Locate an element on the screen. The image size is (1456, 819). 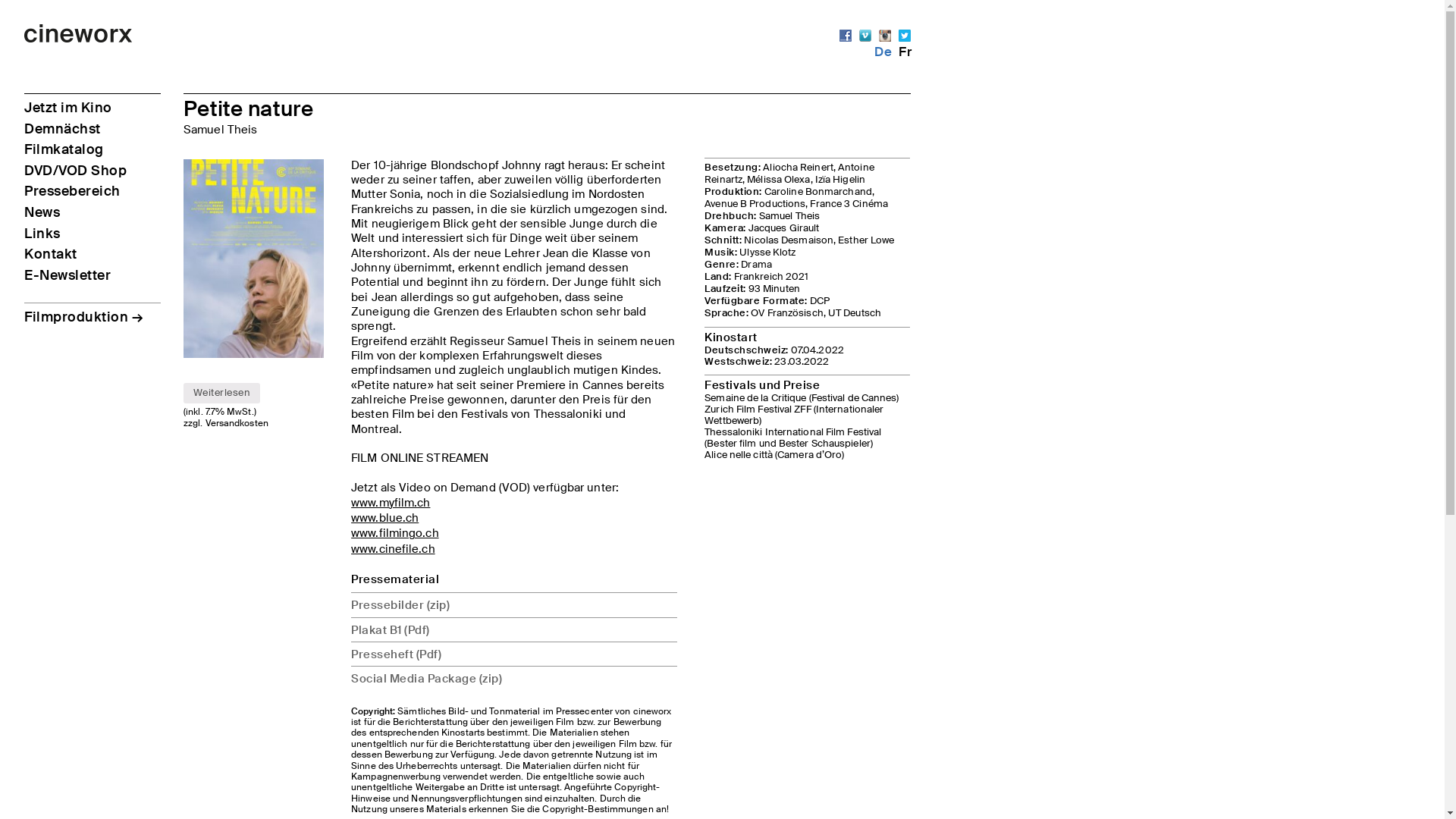
'cineworx' is located at coordinates (78, 38).